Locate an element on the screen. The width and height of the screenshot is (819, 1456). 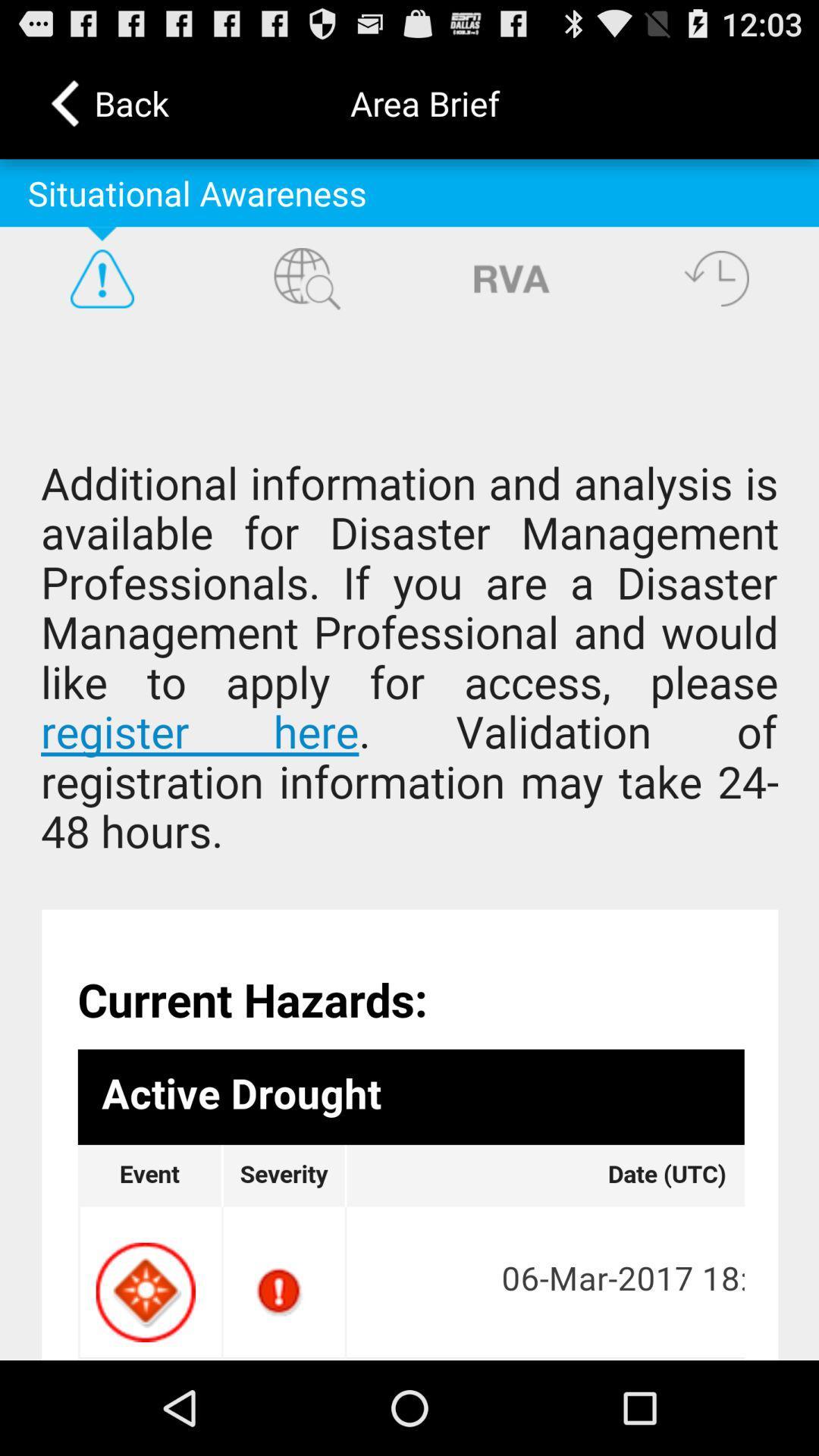
time button is located at coordinates (717, 278).